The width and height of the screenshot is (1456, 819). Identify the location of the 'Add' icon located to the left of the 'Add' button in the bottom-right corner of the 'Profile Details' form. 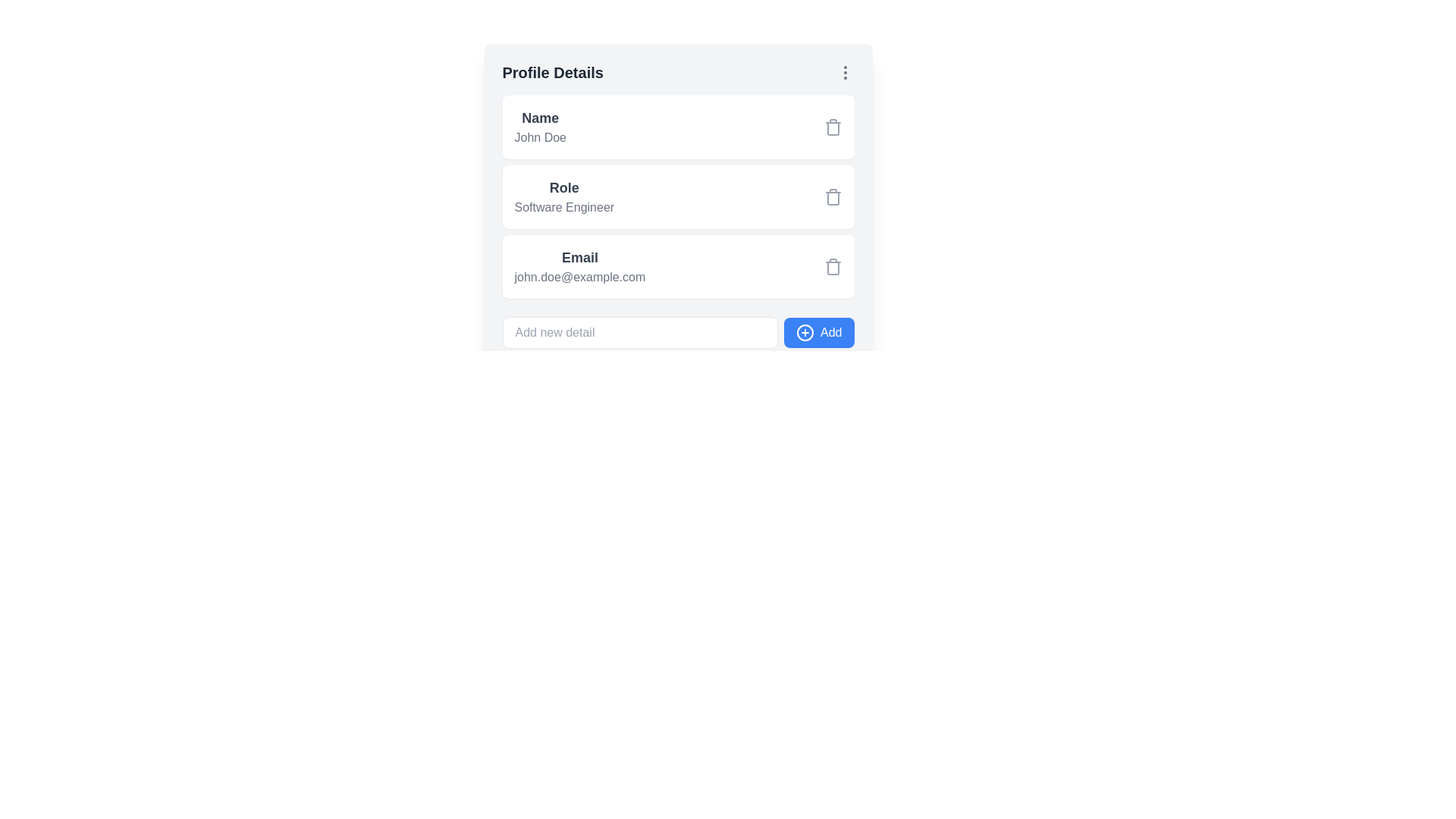
(805, 332).